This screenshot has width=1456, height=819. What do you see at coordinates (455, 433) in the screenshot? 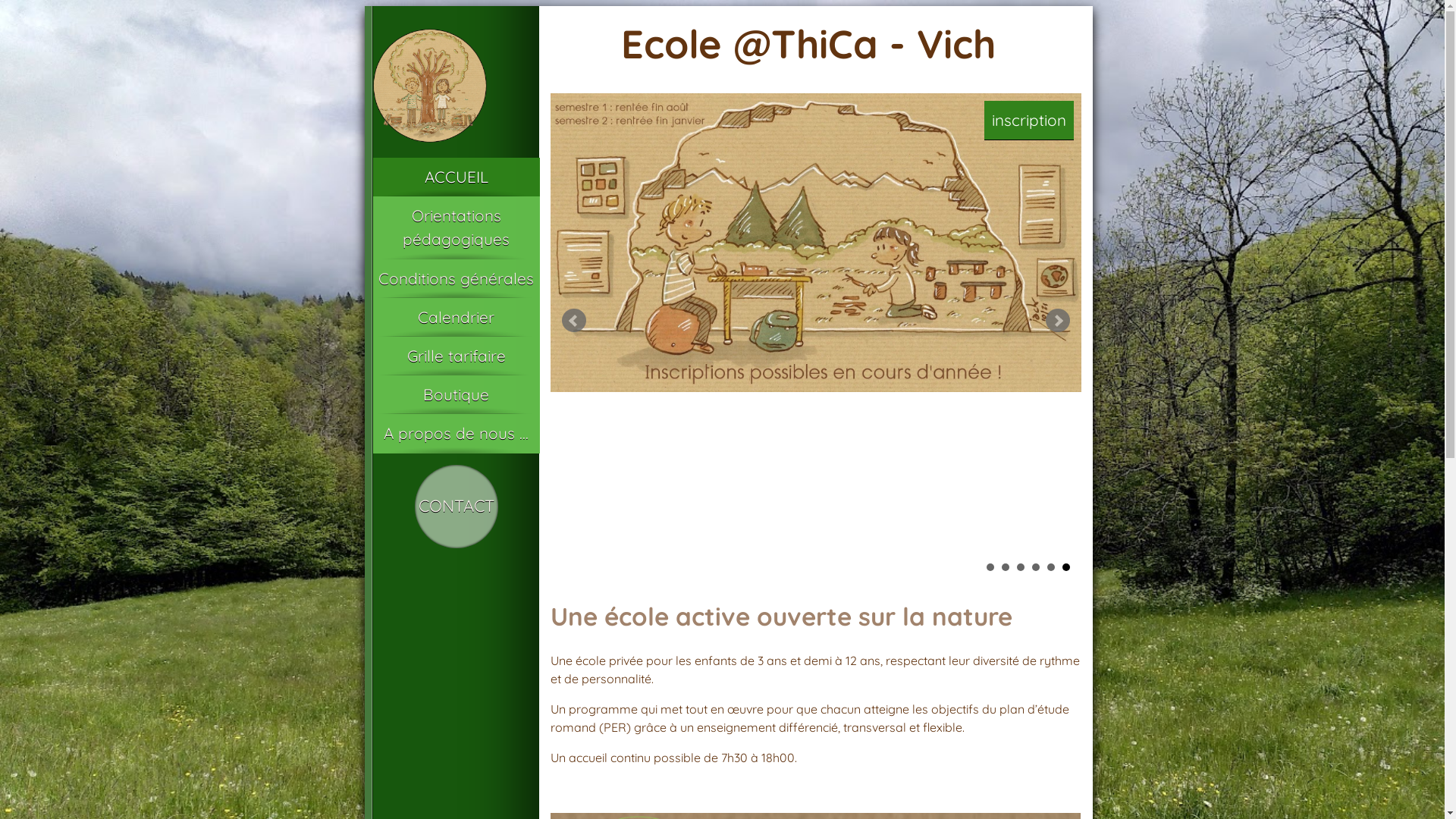
I see `'A propos de nous ...'` at bounding box center [455, 433].